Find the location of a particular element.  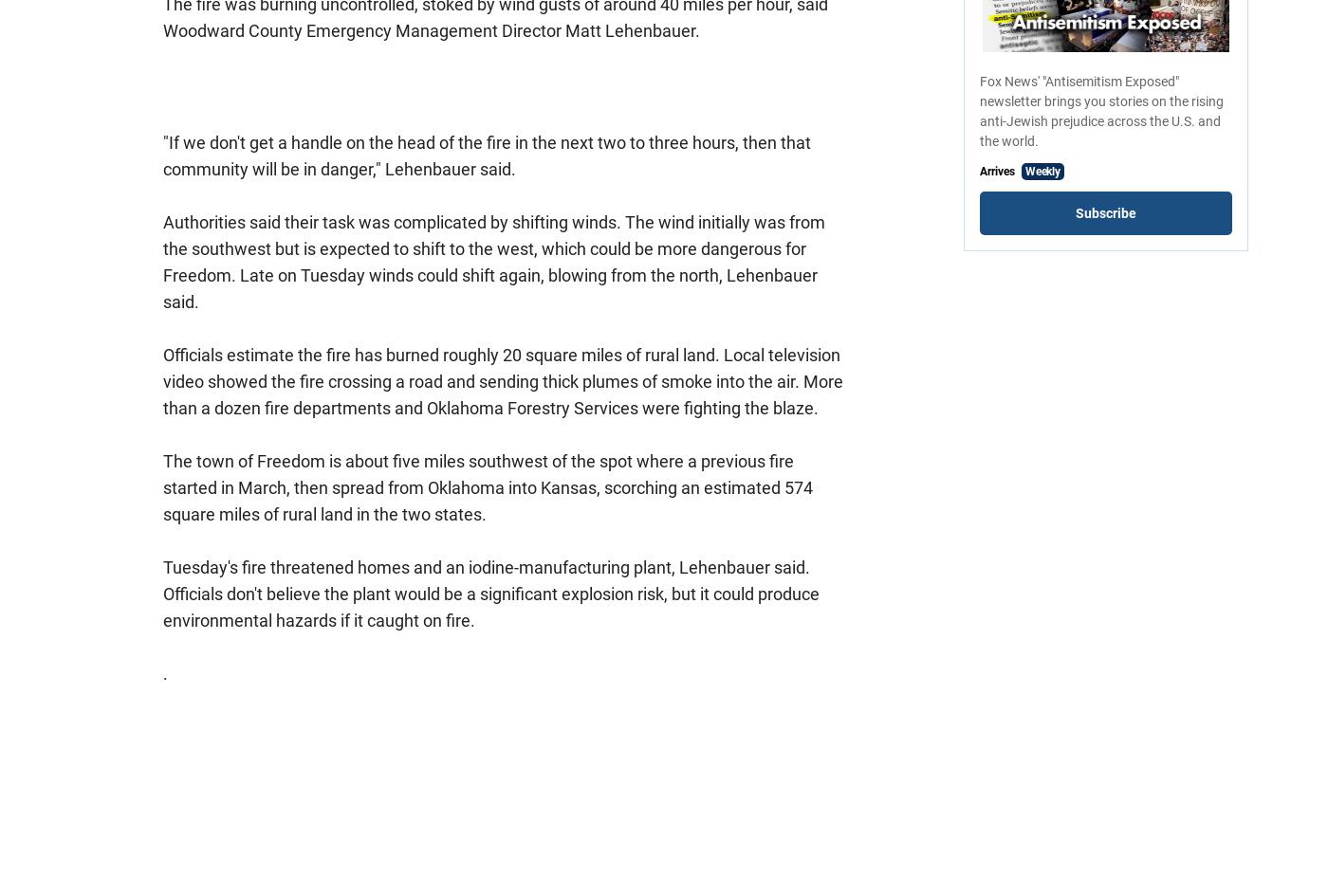

'Fox News' "Antisemitism Exposed" newsletter brings you stories on the rising anti-Jewish prejudice across the U.S. and the world.' is located at coordinates (1101, 110).